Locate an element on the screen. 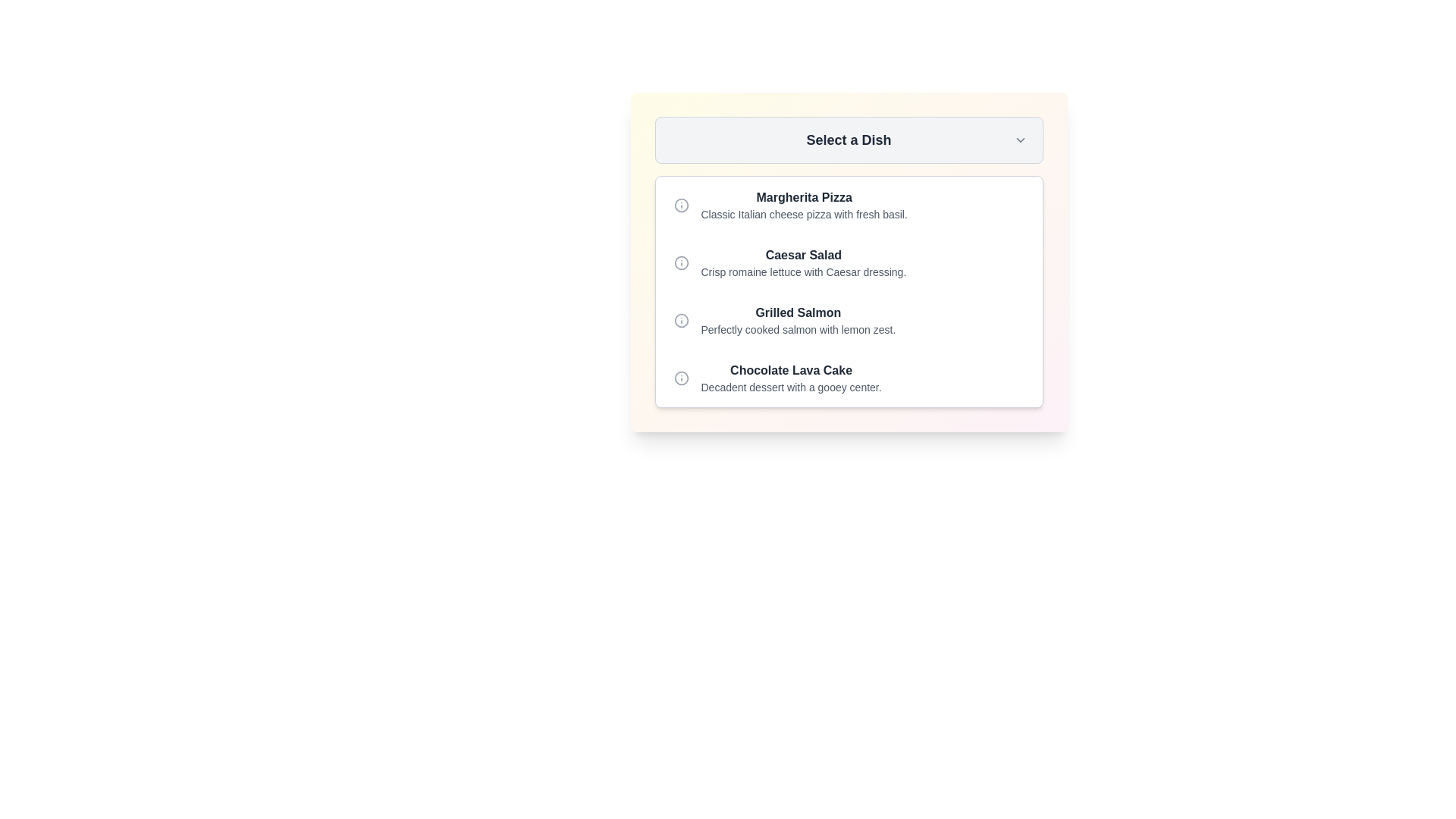 The height and width of the screenshot is (819, 1456). description text 'Decadent dessert with a gooey center.' displayed in a small gray font beneath the 'Chocolate Lava Cake' title, which is the fourth item in the 'Select a Dish' section is located at coordinates (790, 386).